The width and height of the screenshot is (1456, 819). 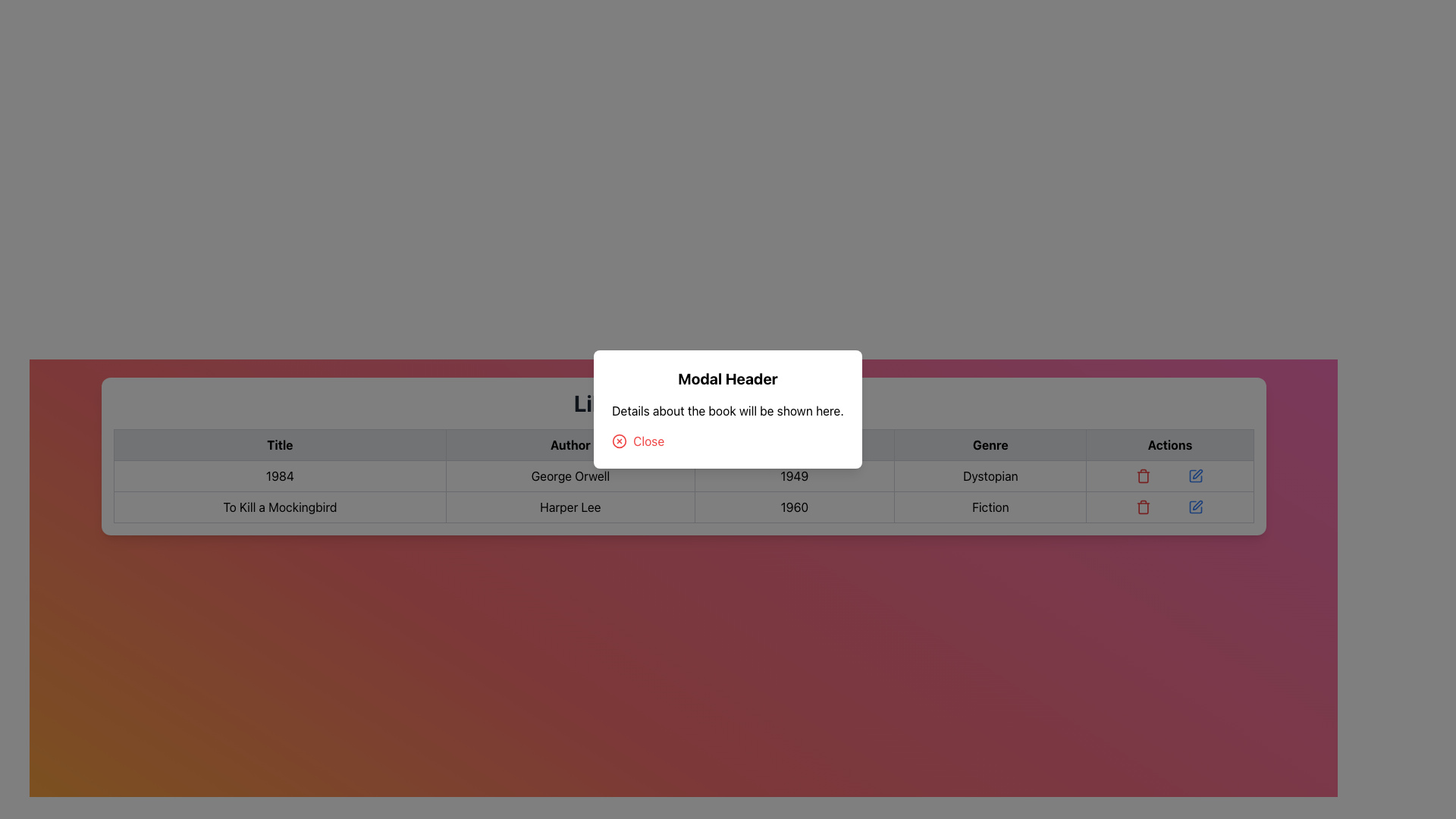 What do you see at coordinates (1195, 475) in the screenshot?
I see `the Edit button located on the far right of the second row in the 'Actions' column of the table, following the red trash can icon` at bounding box center [1195, 475].